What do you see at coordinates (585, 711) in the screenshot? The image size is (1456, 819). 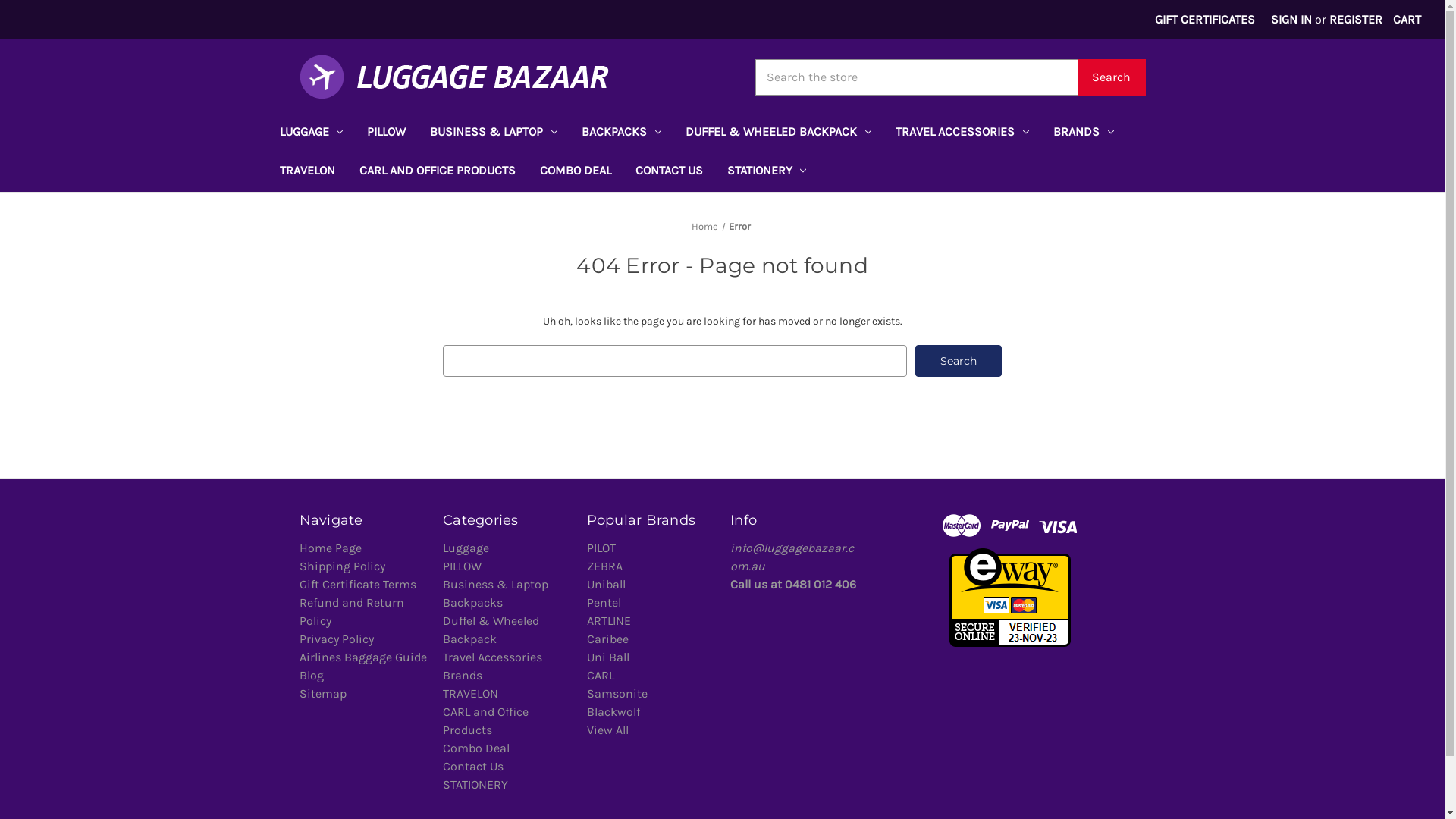 I see `'Blackwolf'` at bounding box center [585, 711].